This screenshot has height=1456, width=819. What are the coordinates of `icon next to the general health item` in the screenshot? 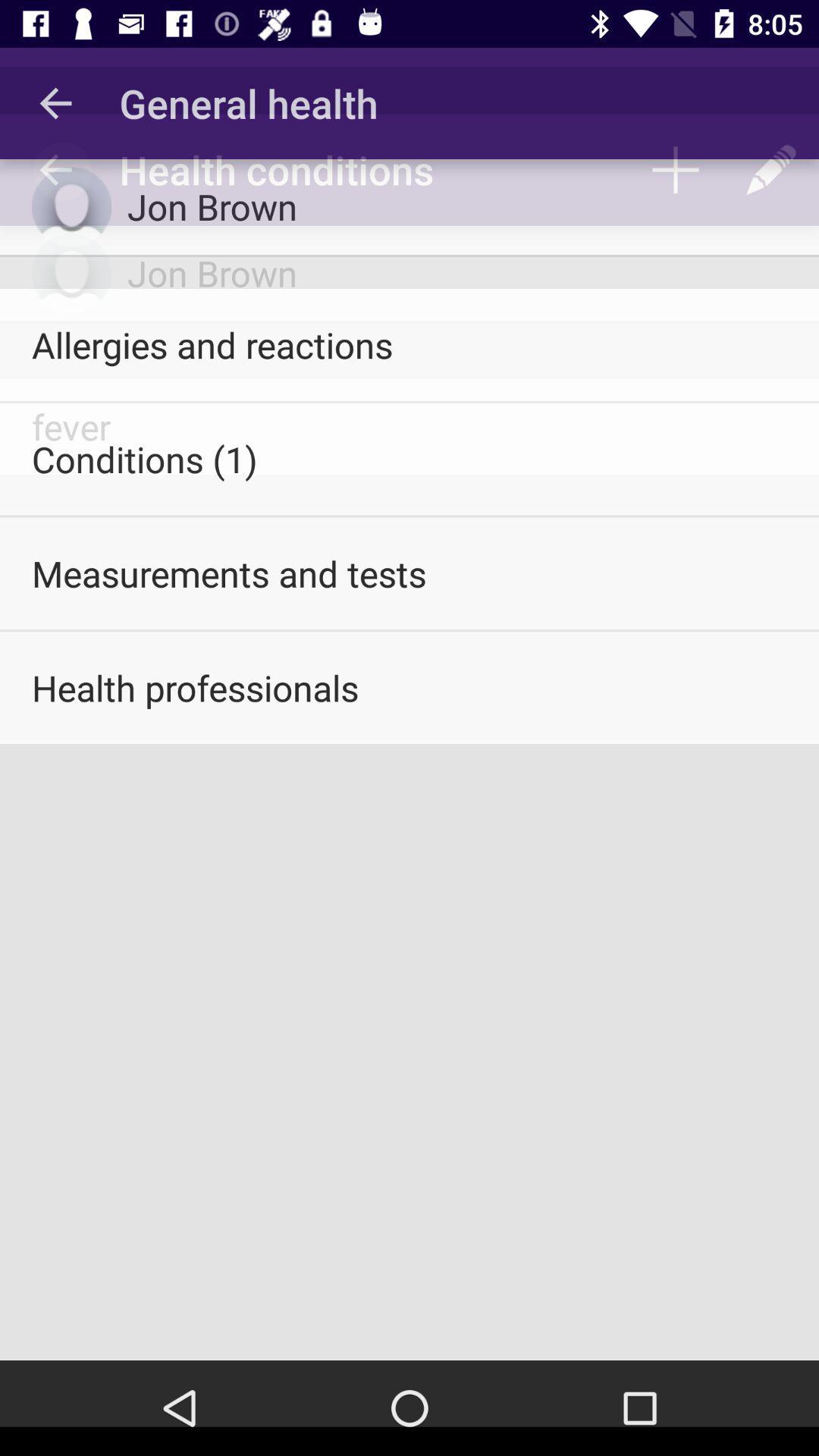 It's located at (55, 102).